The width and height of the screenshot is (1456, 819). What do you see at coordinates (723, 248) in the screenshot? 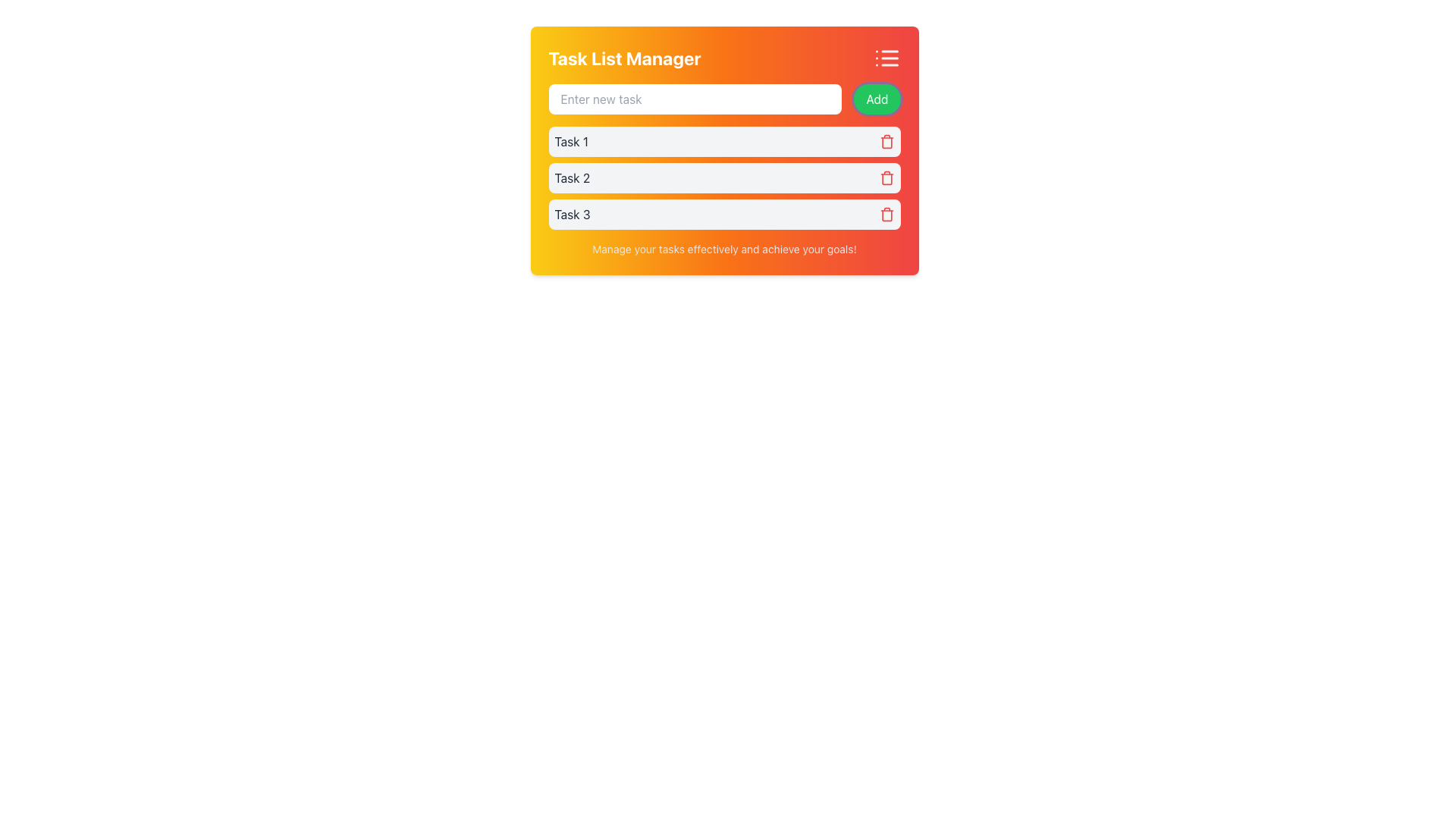
I see `the Static Text Section in the footer of the task manager UI that displays the message 'Manage your tasks effectively and achieve your goals!'` at bounding box center [723, 248].